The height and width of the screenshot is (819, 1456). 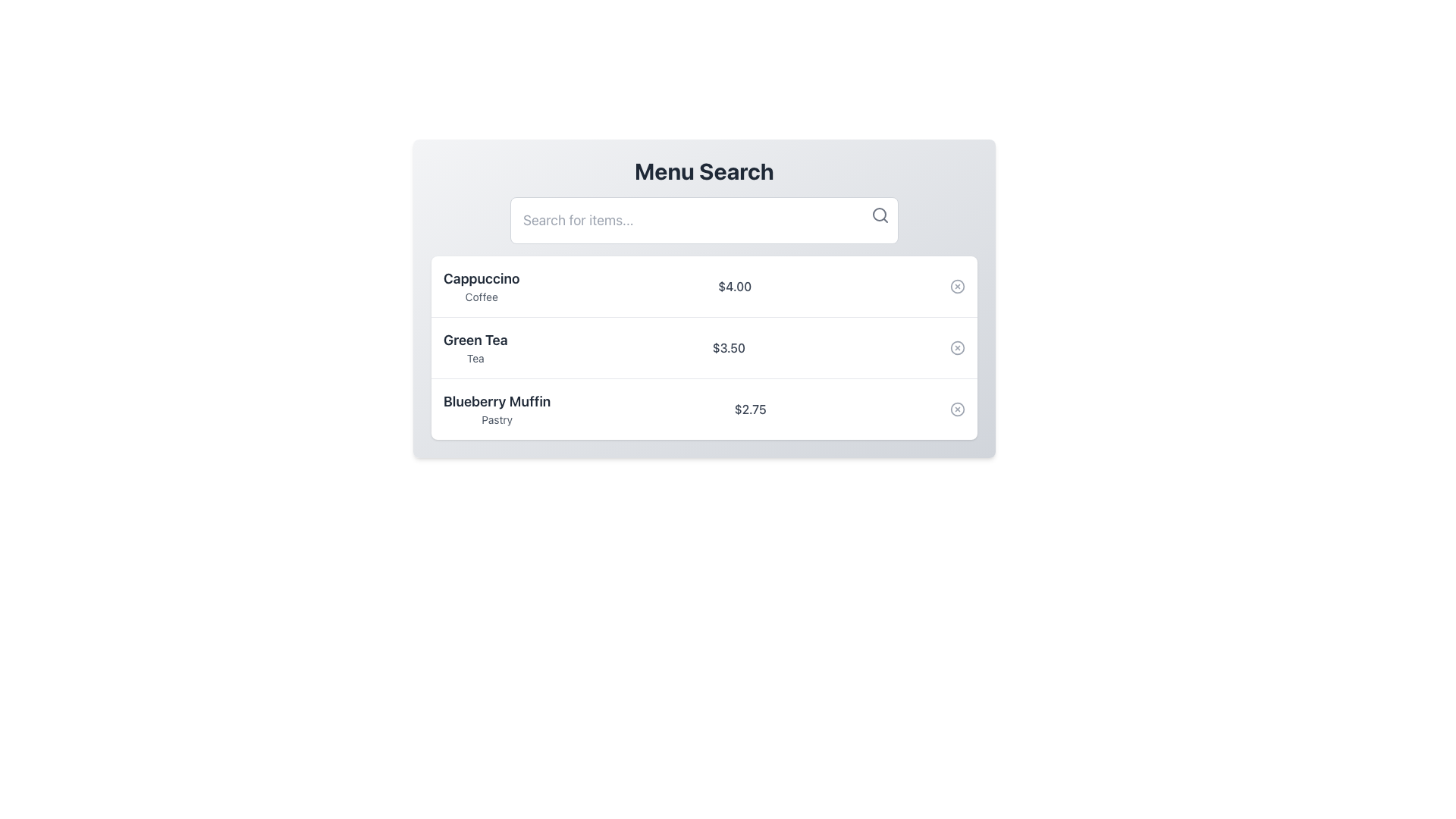 What do you see at coordinates (956, 409) in the screenshot?
I see `the delete icon (circular with a cross inside) located to the far right of the 'Blueberry Muffin' list item in the vertical menu` at bounding box center [956, 409].